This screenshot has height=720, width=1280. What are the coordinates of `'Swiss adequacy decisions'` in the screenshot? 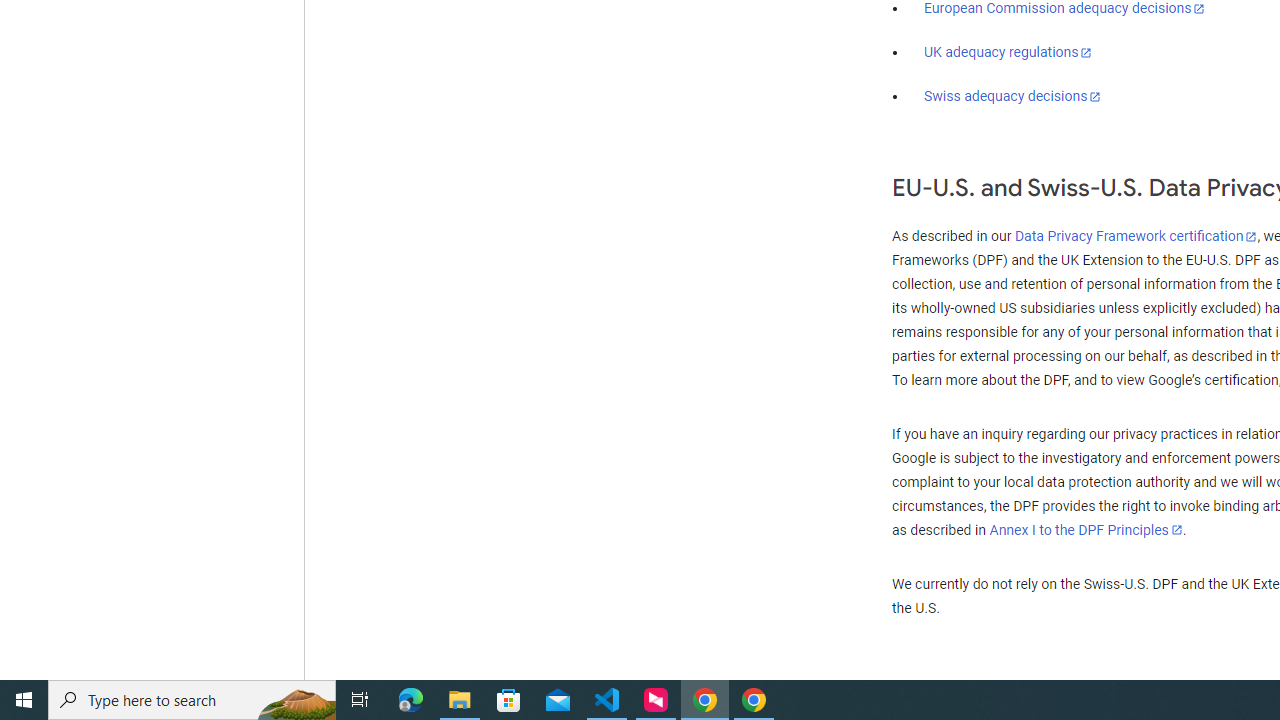 It's located at (1013, 96).